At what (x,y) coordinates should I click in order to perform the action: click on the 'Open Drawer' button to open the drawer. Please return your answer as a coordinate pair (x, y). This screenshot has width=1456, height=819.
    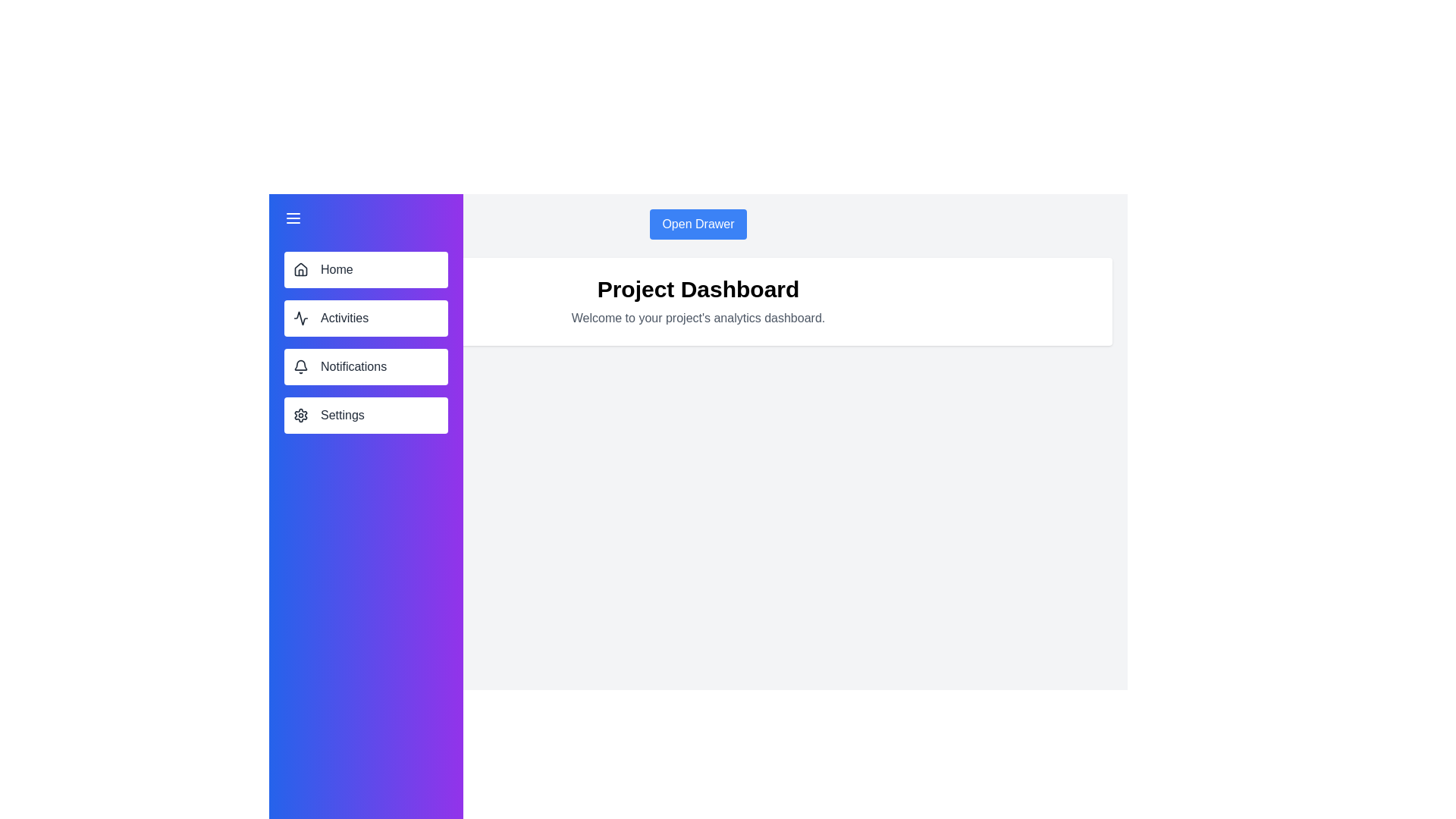
    Looking at the image, I should click on (698, 224).